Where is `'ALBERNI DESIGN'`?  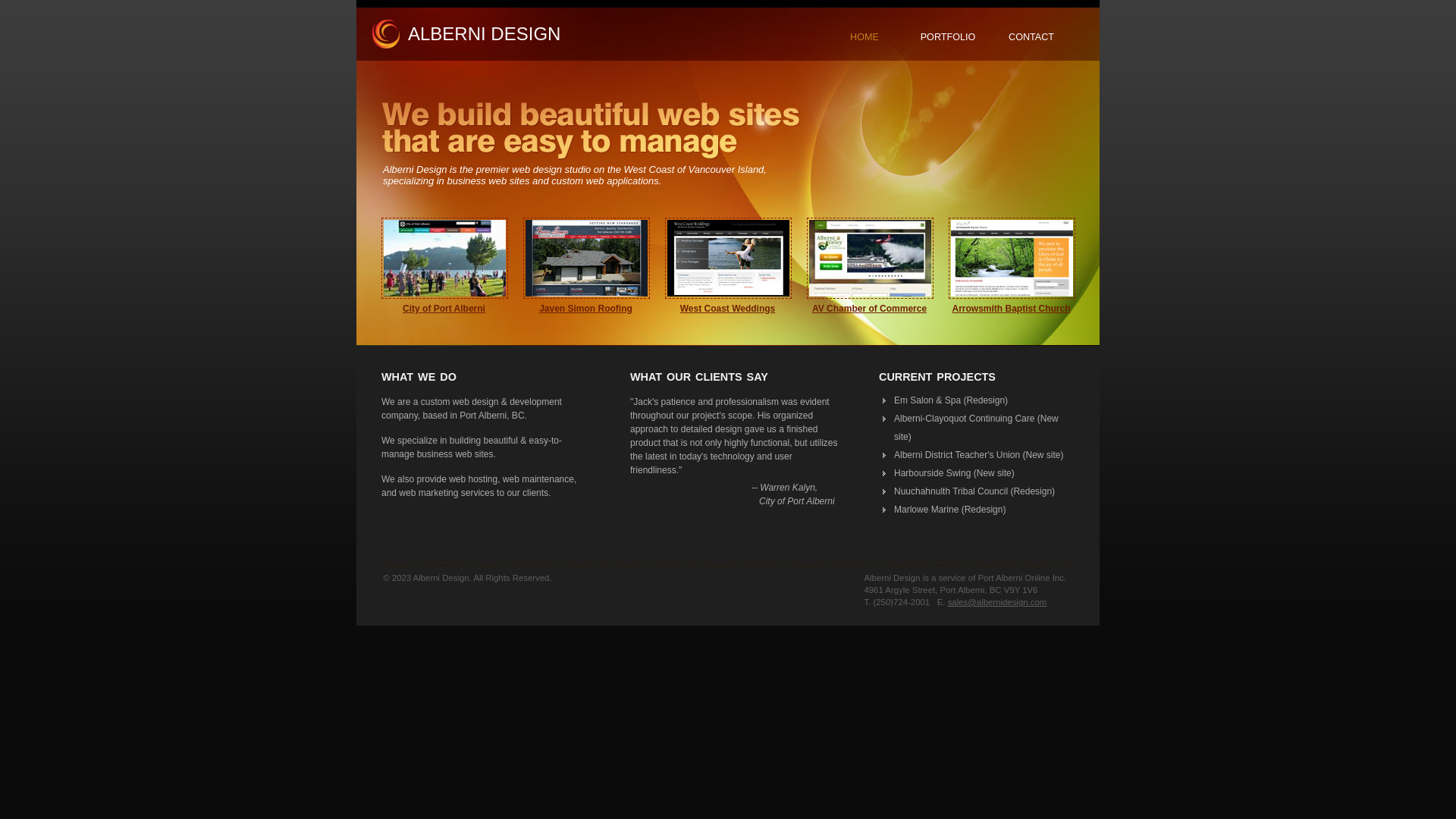 'ALBERNI DESIGN' is located at coordinates (483, 33).